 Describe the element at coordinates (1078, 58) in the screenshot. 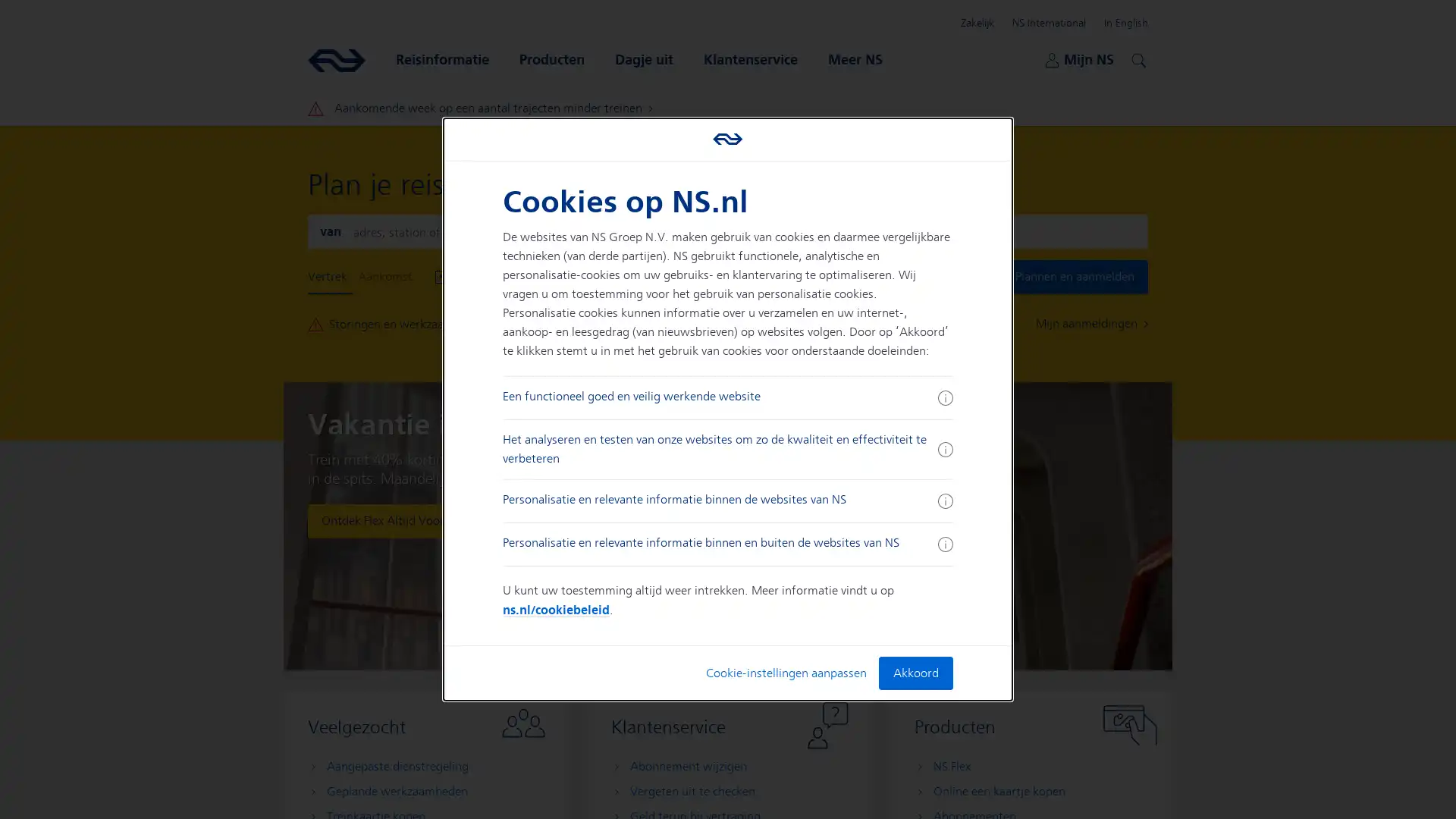

I see `Mijn NS Open submenu` at that location.